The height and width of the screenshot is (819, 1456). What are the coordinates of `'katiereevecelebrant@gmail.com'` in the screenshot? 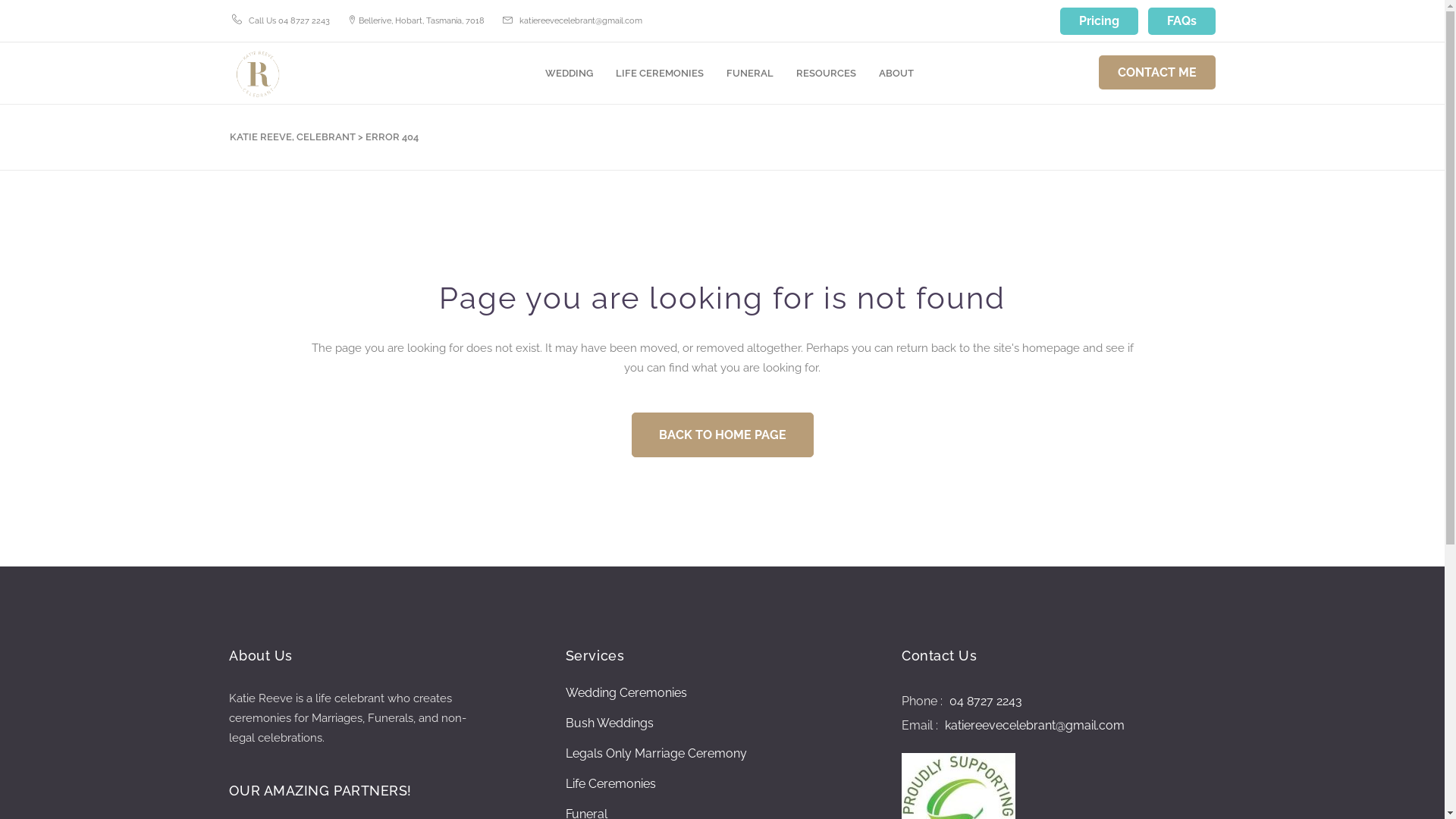 It's located at (1032, 724).